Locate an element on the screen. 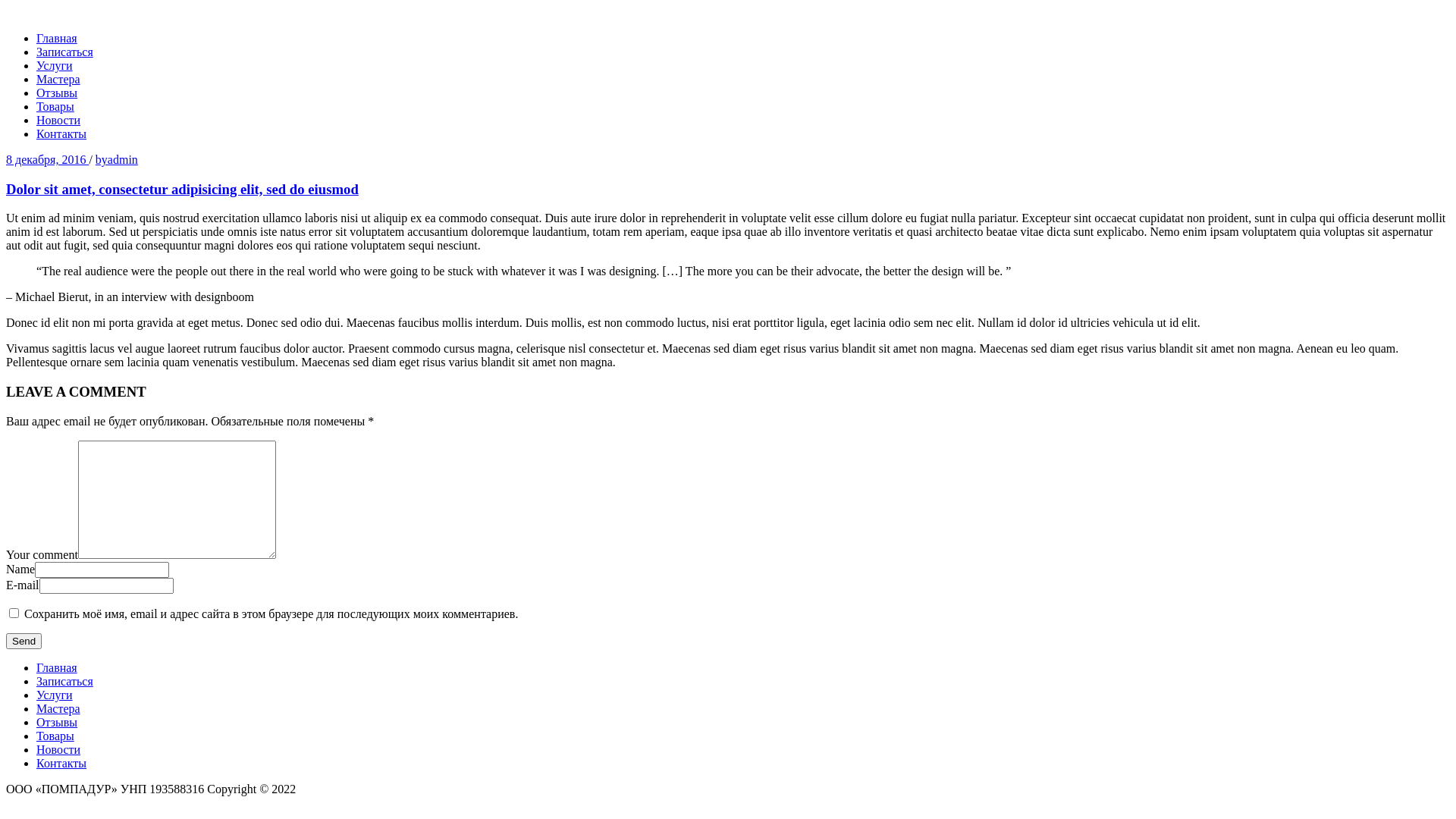 Image resolution: width=1456 pixels, height=819 pixels. 'Send' is located at coordinates (24, 641).